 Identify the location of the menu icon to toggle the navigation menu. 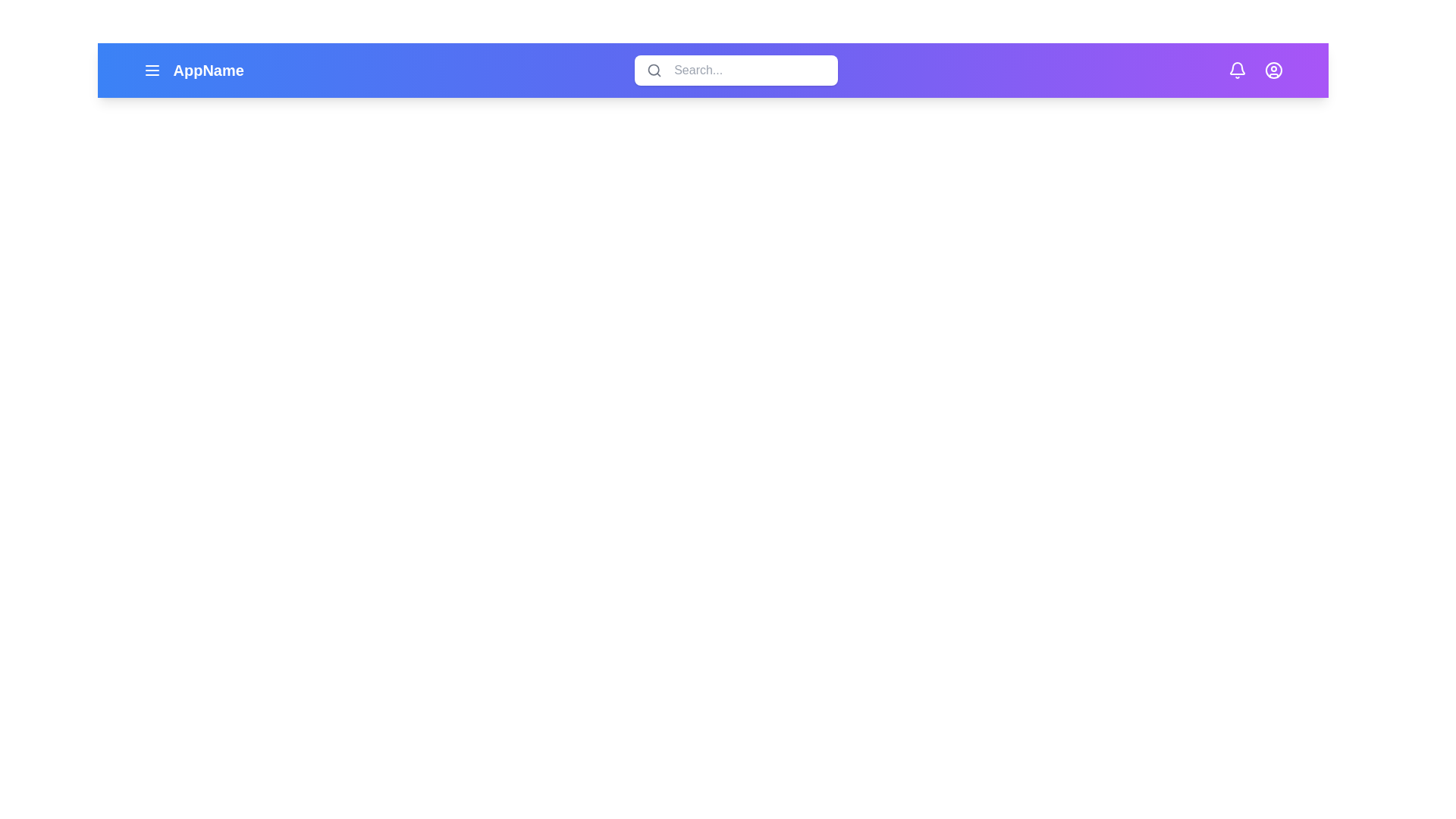
(152, 70).